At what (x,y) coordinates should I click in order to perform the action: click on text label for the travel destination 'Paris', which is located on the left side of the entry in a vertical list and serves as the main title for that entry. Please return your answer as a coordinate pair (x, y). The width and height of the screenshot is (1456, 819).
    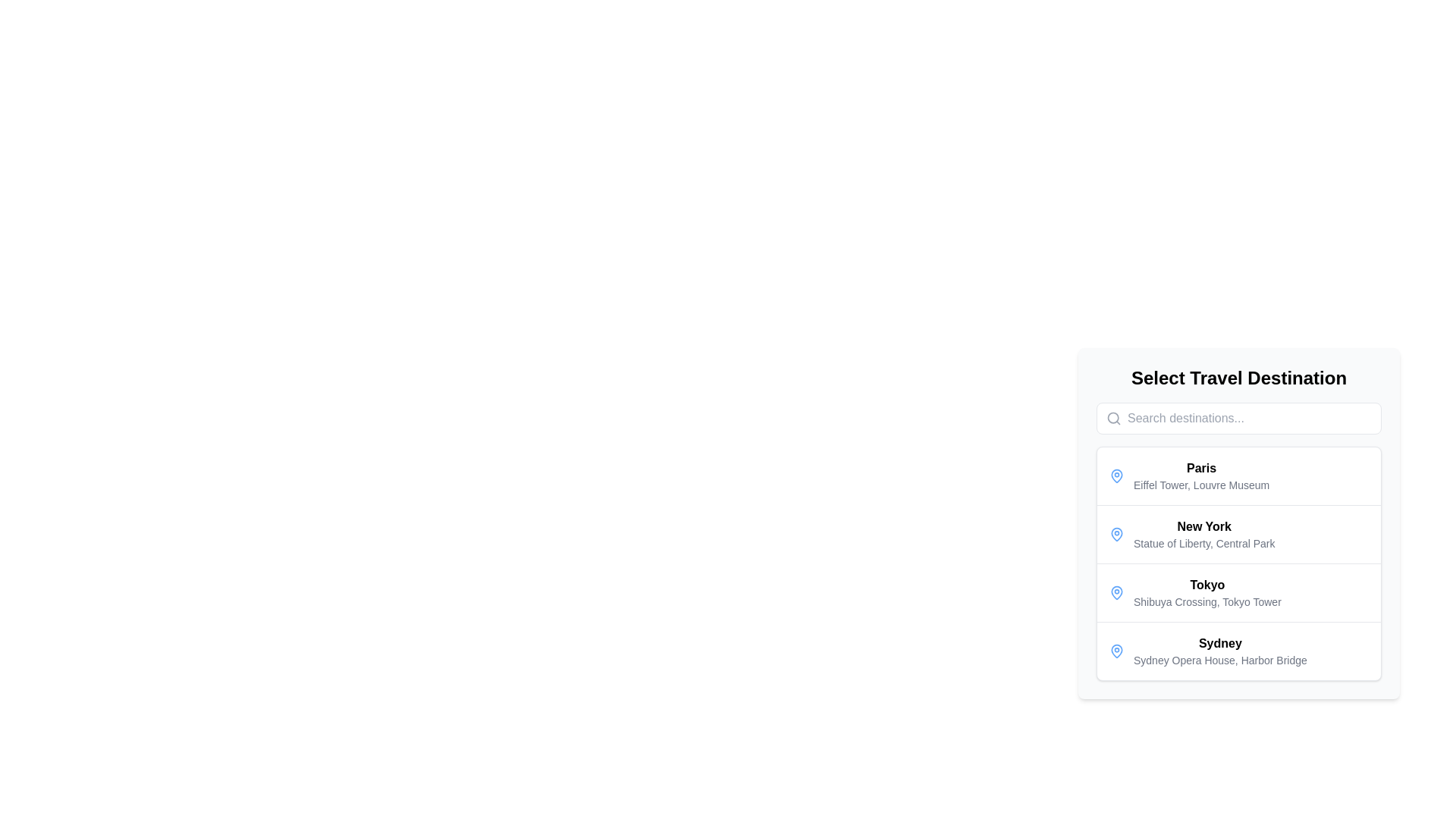
    Looking at the image, I should click on (1200, 467).